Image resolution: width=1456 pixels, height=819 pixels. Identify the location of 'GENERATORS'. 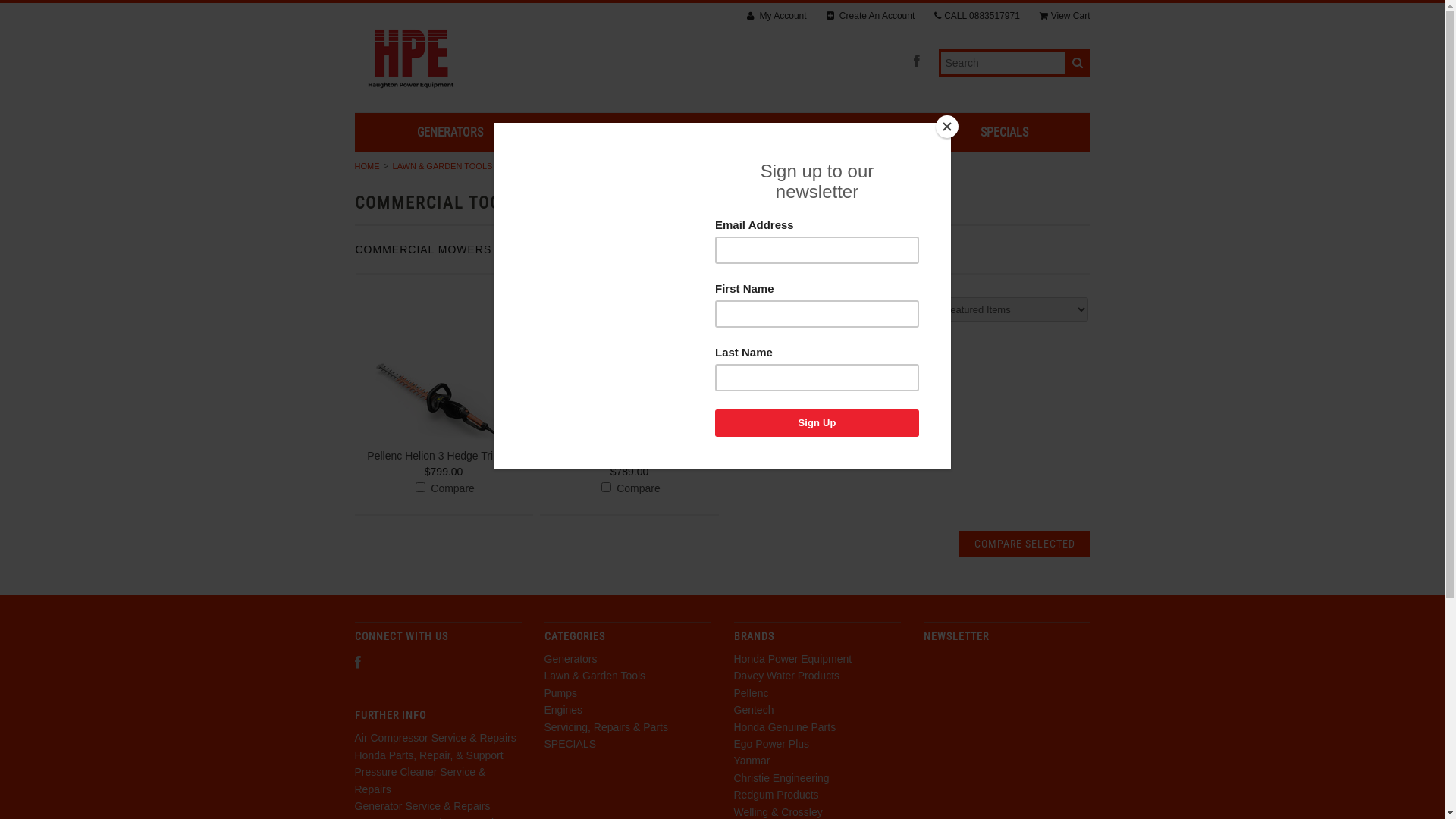
(450, 131).